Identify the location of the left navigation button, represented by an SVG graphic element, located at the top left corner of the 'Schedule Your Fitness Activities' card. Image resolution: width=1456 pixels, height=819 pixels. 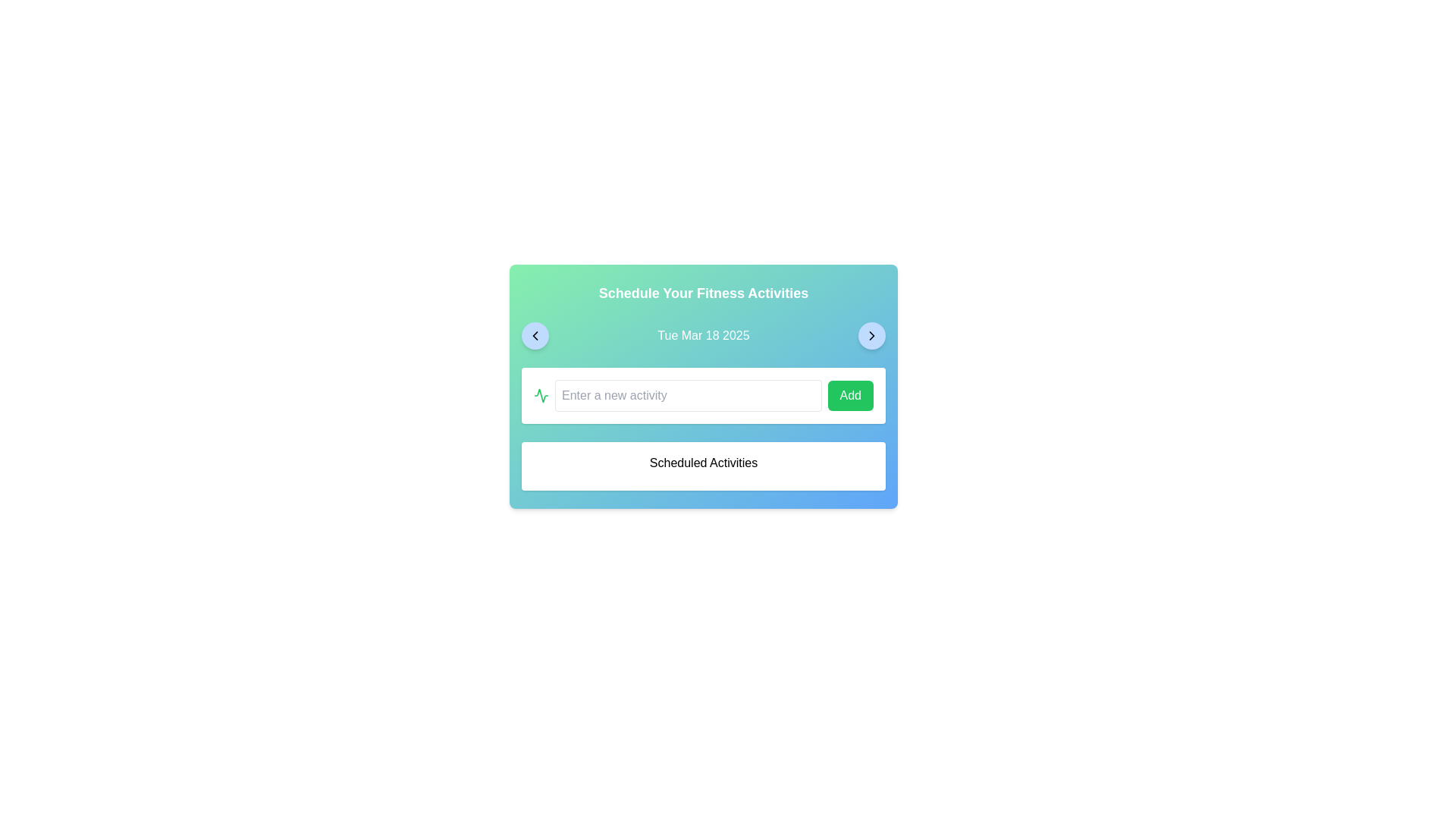
(535, 335).